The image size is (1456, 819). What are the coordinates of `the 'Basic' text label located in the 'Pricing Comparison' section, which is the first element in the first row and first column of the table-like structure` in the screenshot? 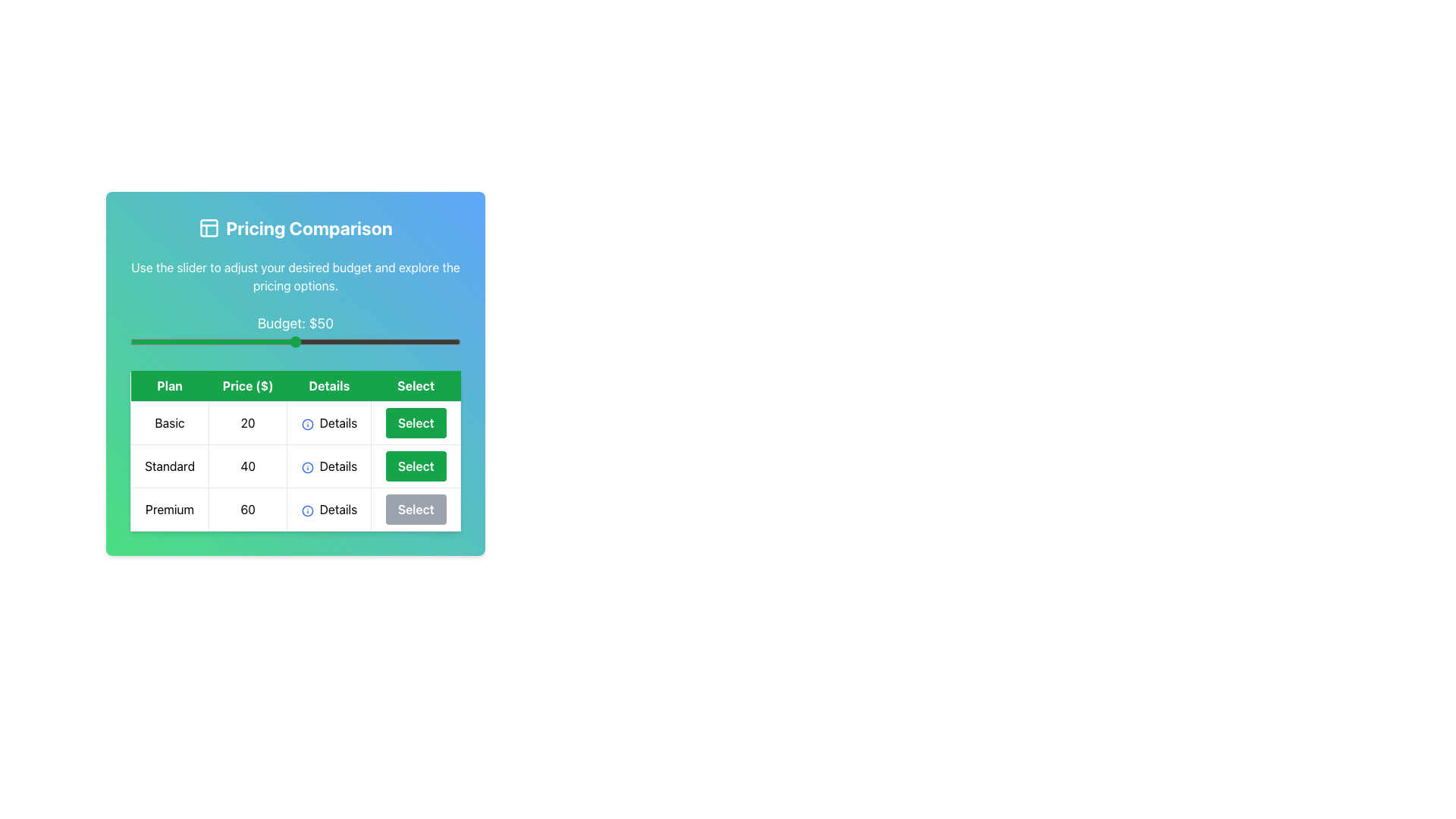 It's located at (170, 423).